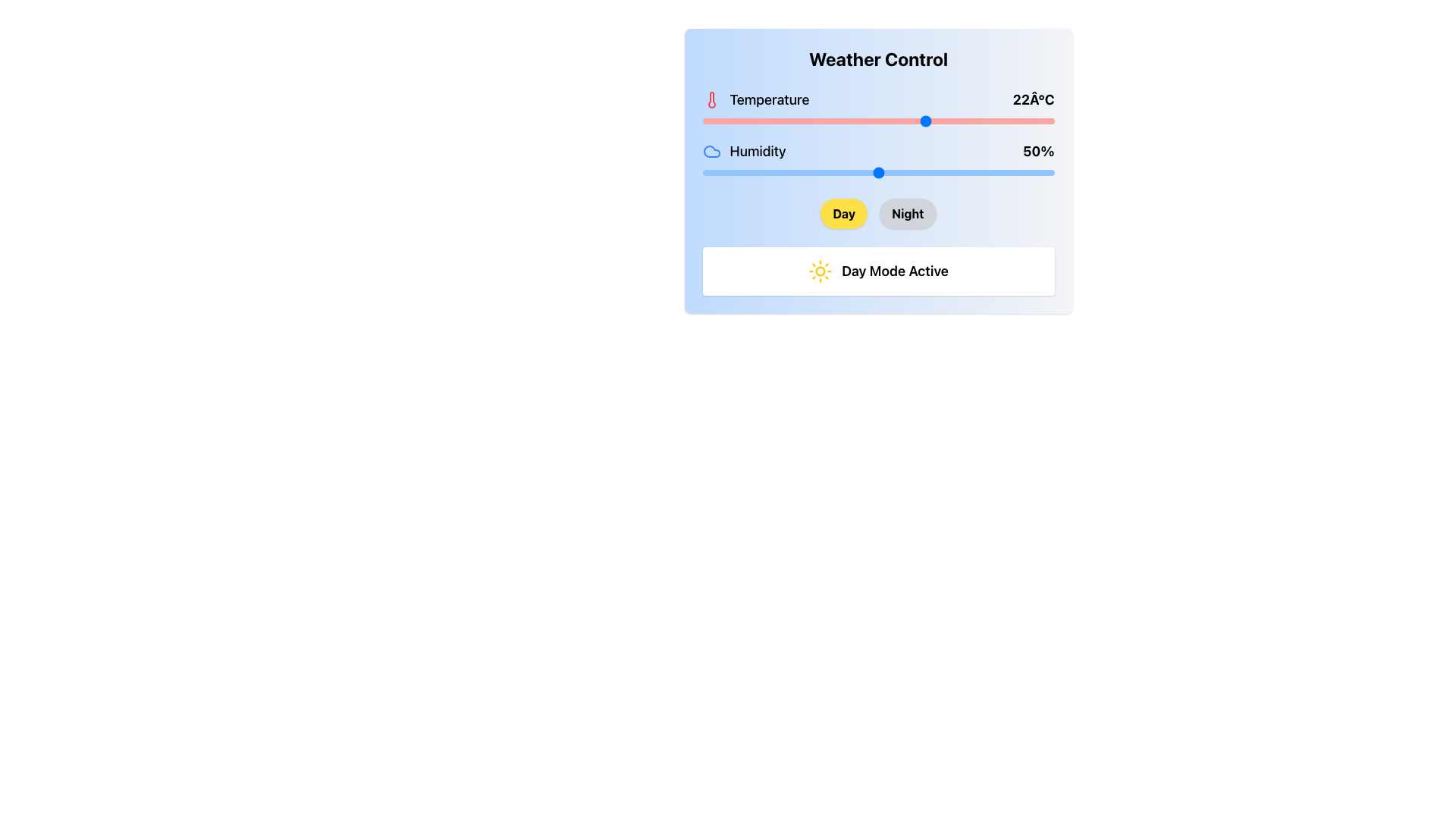 The height and width of the screenshot is (819, 1456). Describe the element at coordinates (762, 171) in the screenshot. I see `the humidity slider` at that location.